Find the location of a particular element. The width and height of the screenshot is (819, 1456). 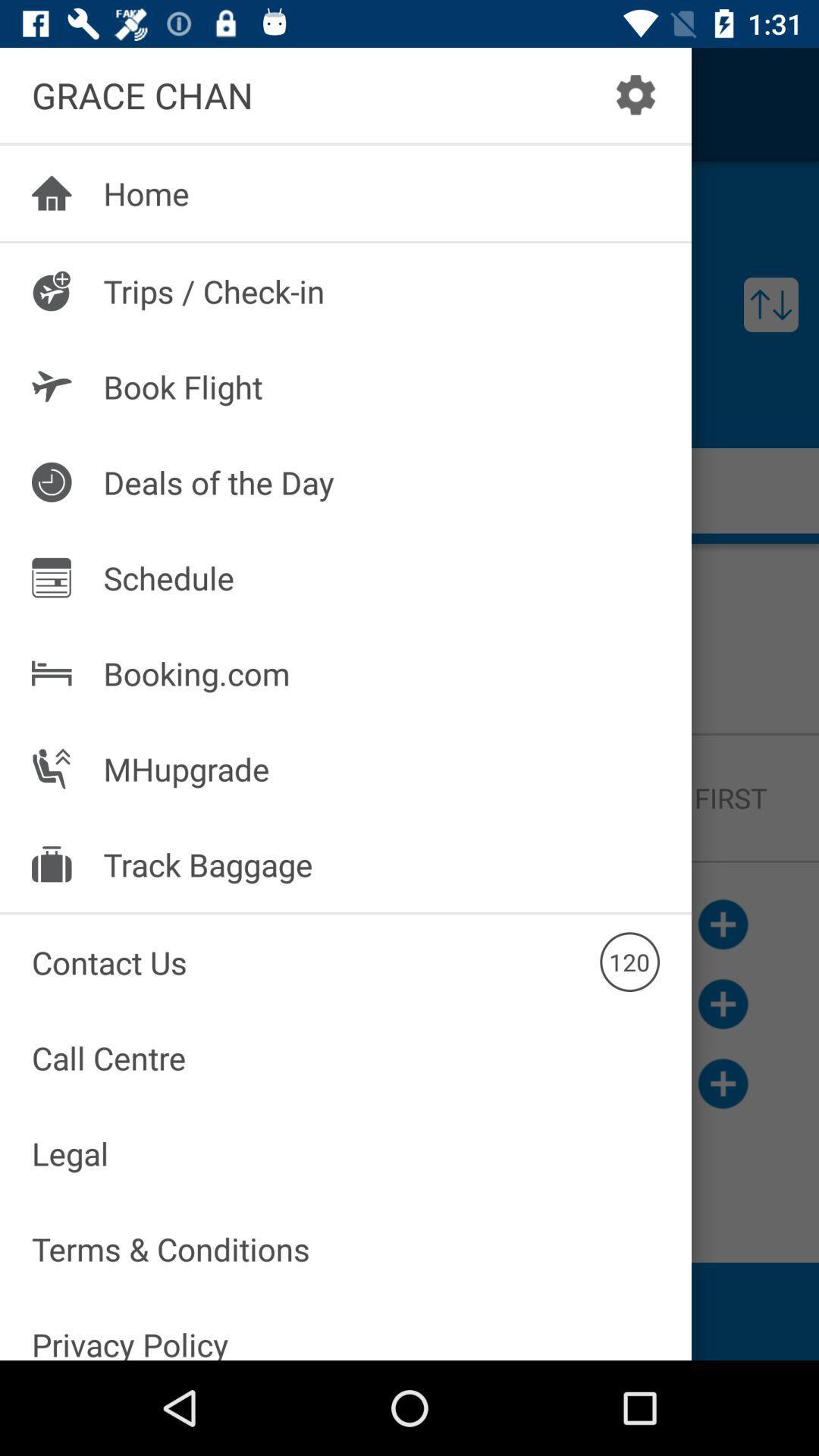

the add icon is located at coordinates (722, 924).